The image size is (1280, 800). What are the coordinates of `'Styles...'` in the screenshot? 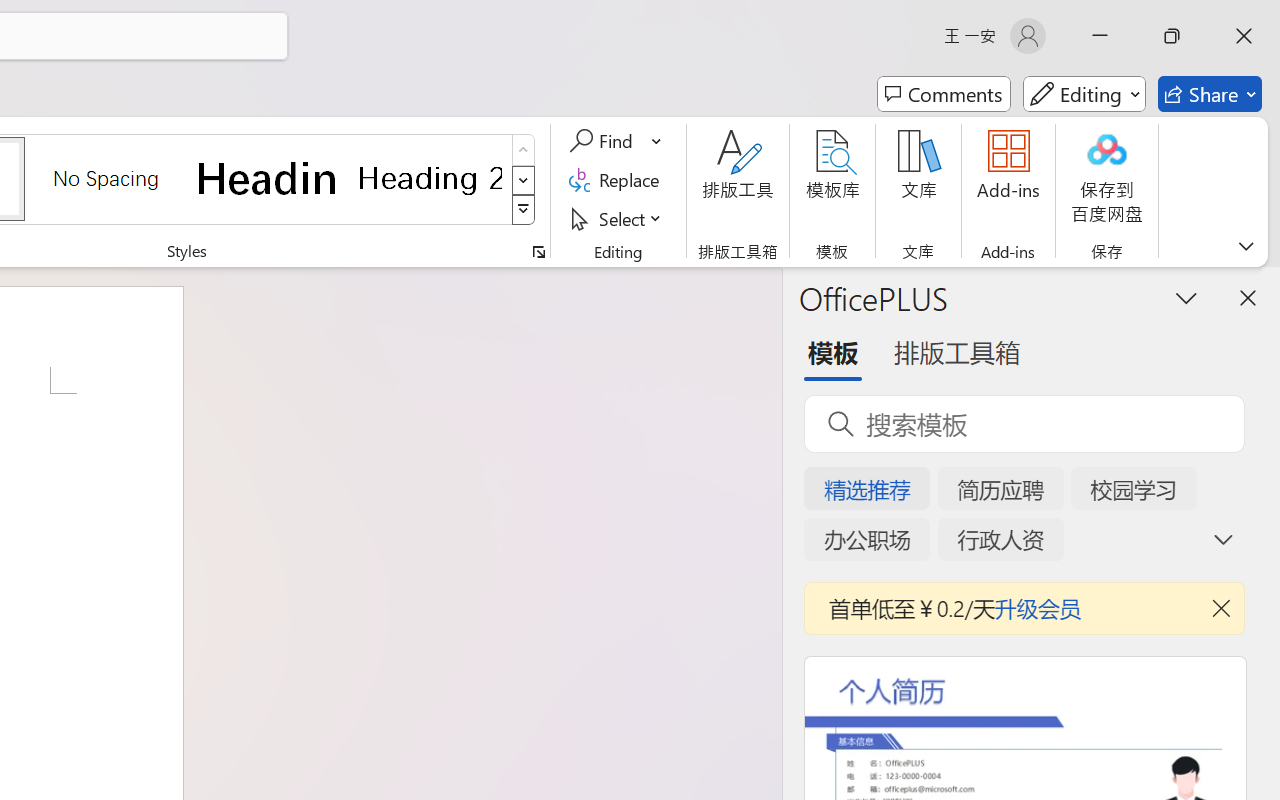 It's located at (538, 251).